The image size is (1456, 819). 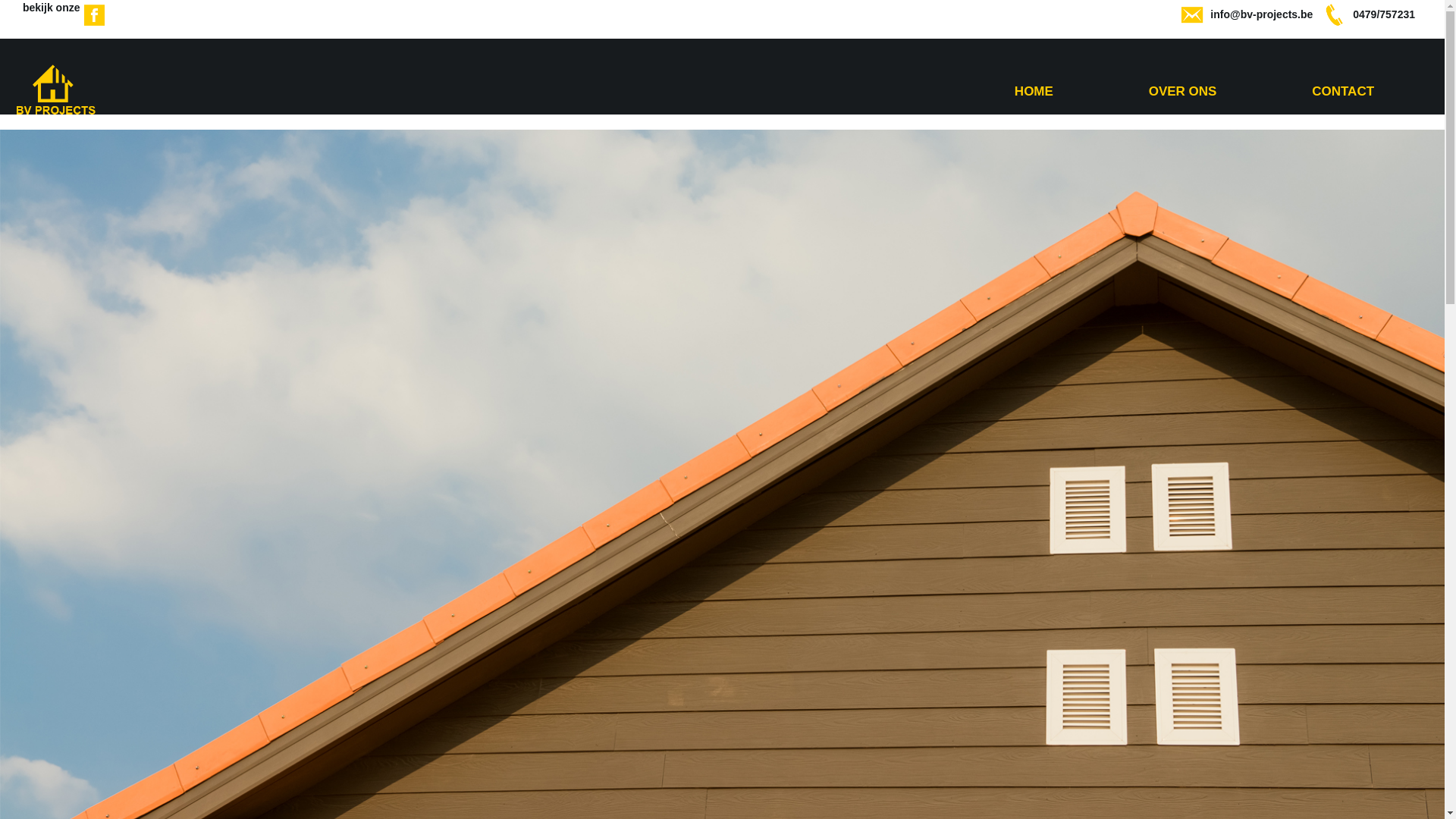 What do you see at coordinates (1182, 91) in the screenshot?
I see `'OVER ONS'` at bounding box center [1182, 91].